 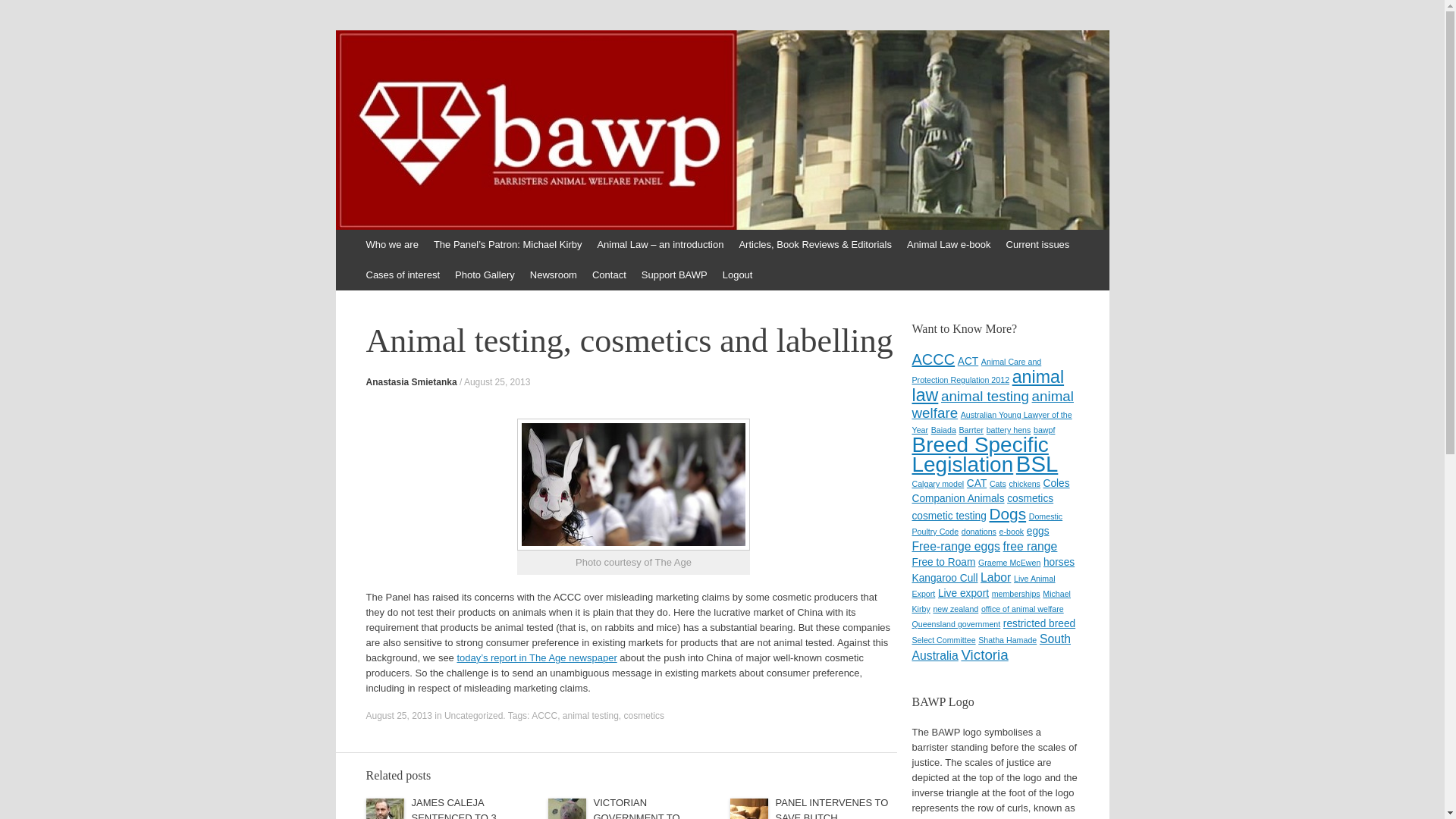 I want to click on 'Newsroom', so click(x=552, y=275).